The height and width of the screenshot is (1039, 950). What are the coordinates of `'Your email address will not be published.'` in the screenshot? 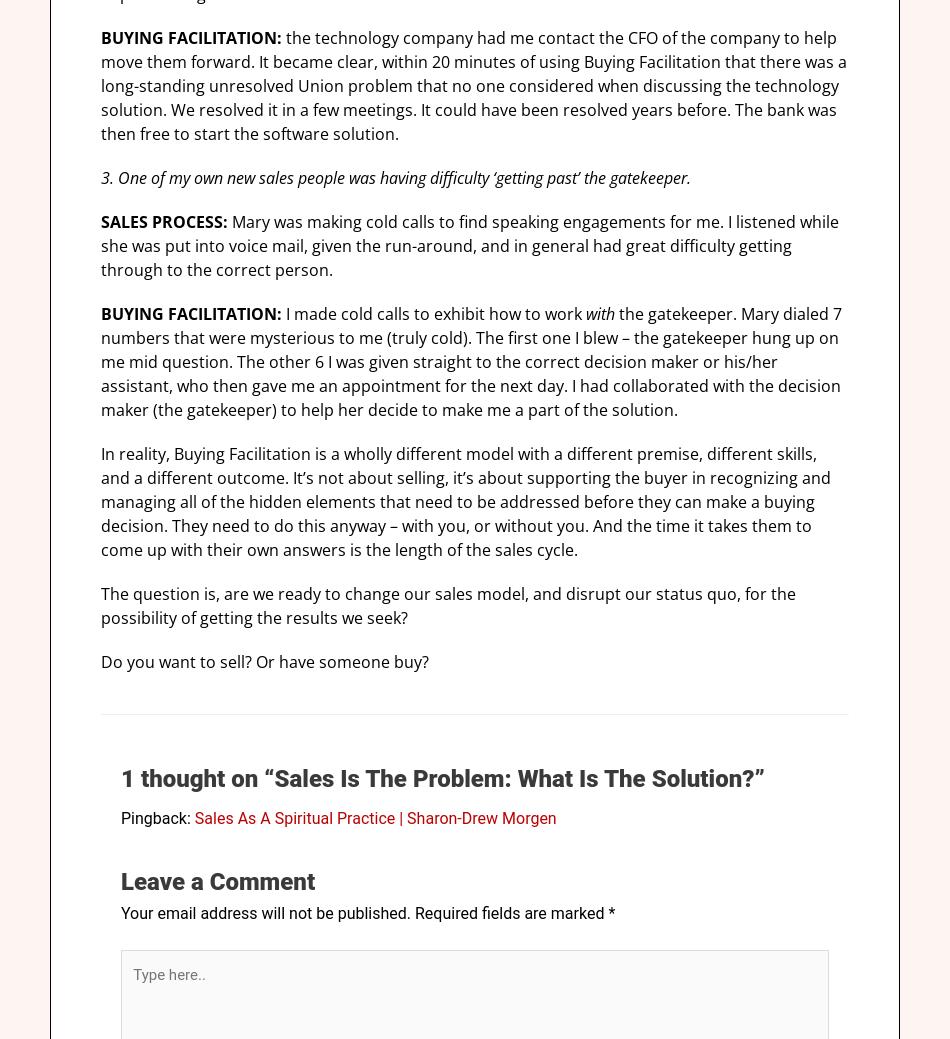 It's located at (265, 913).